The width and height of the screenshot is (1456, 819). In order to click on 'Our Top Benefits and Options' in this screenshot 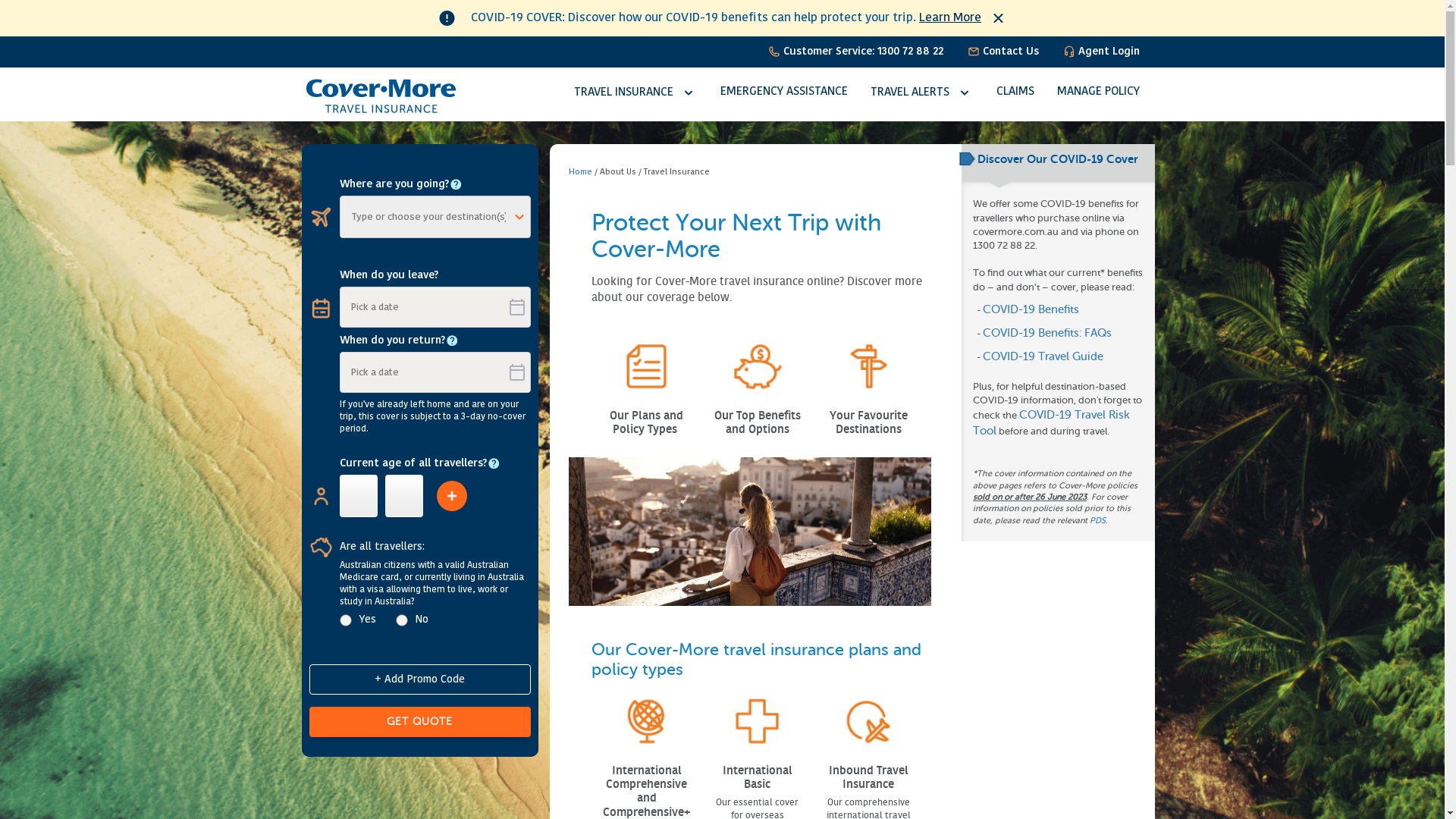, I will do `click(757, 422)`.